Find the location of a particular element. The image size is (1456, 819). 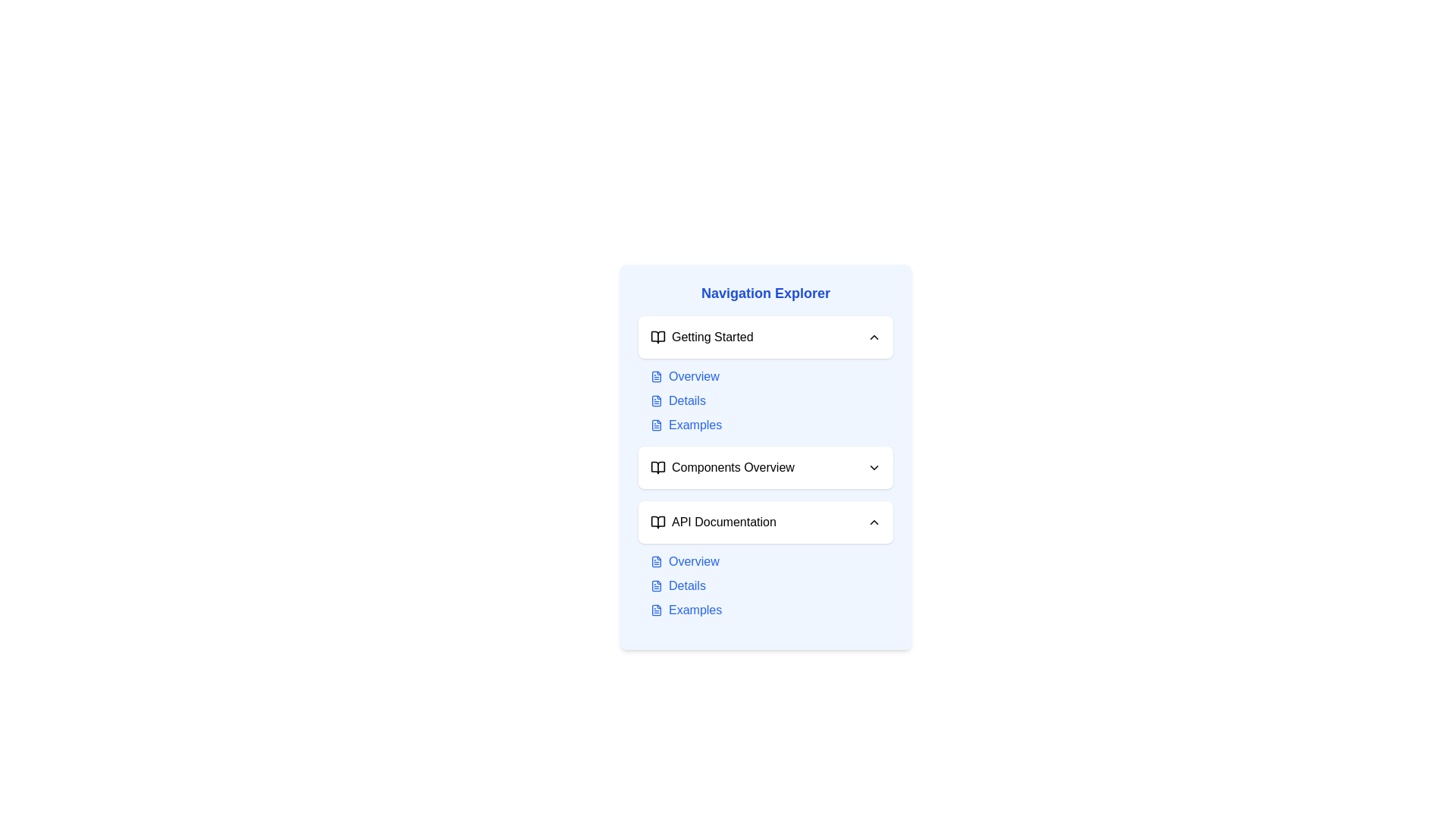

the 'Components Overview' navigation item, which is the second item in the vertical list under the 'Getting Started' section is located at coordinates (721, 467).